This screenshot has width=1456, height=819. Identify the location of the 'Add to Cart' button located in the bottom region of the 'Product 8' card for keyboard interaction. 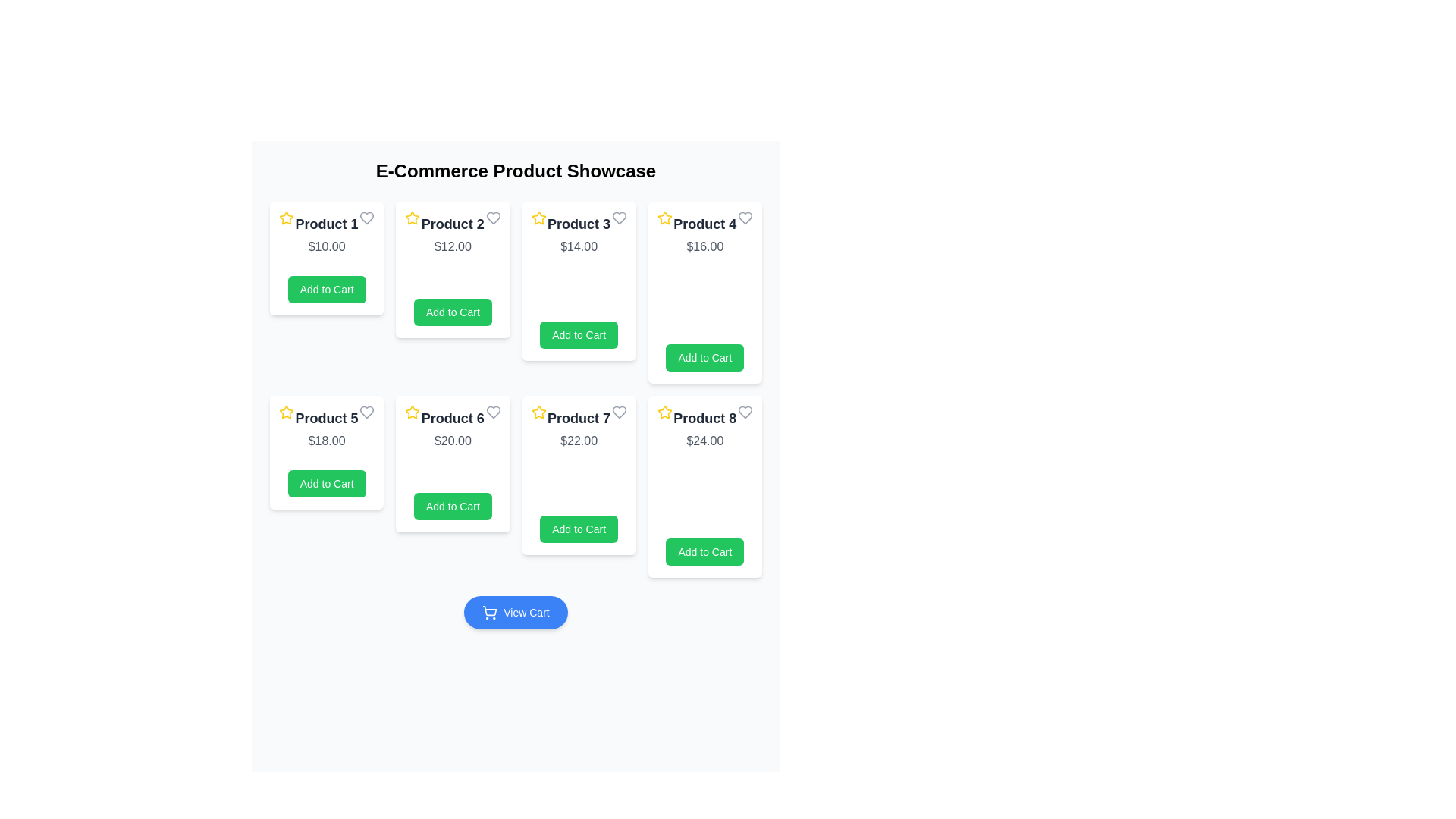
(704, 552).